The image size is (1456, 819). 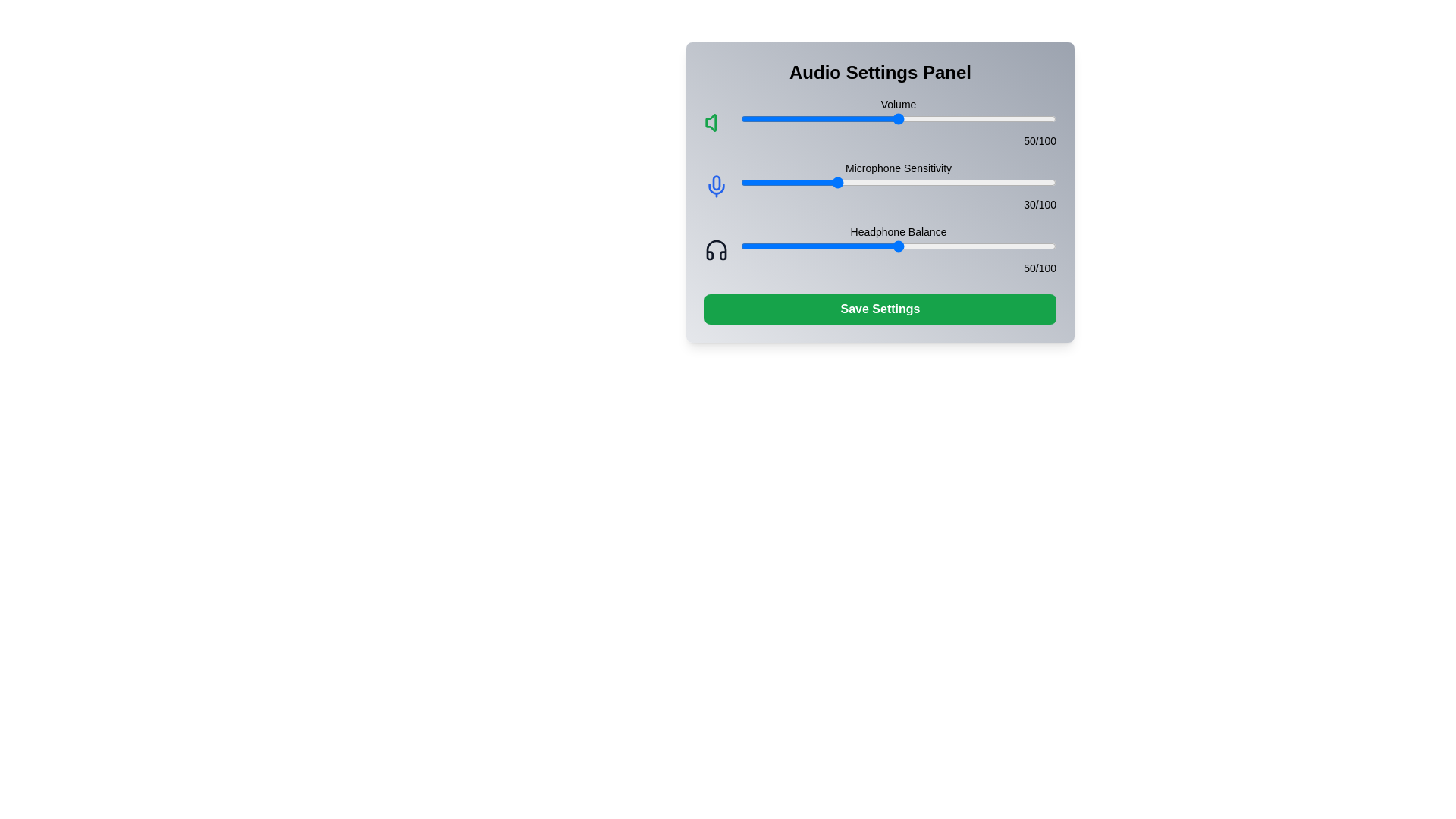 I want to click on the save button located at the bottom of the Audio Settings Panel, so click(x=880, y=309).